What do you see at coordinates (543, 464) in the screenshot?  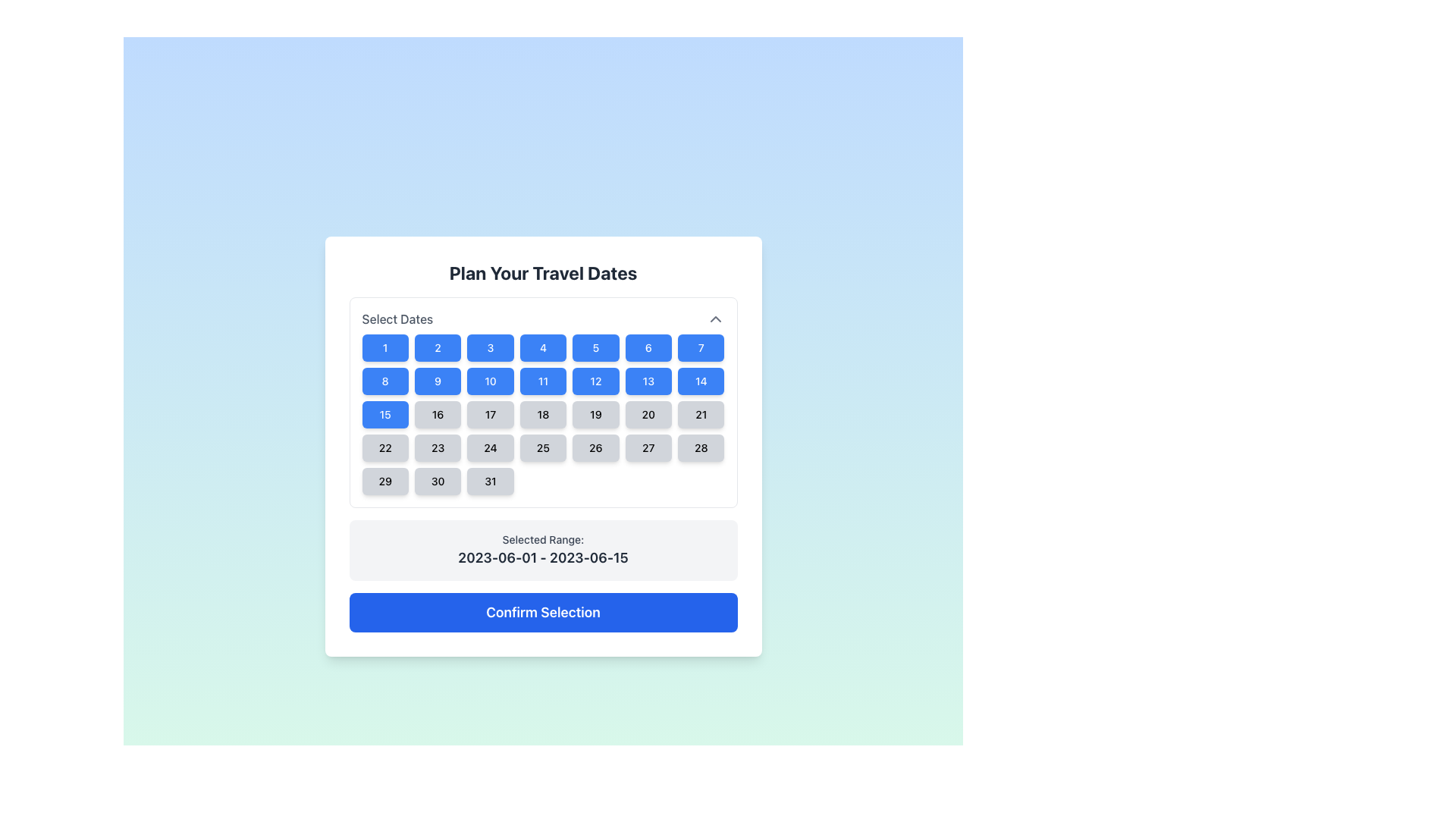 I see `a date in the Calendar picker located centrally beneath the title 'Plan Your Travel Dates' and above the button labeled 'Confirm Selection'` at bounding box center [543, 464].